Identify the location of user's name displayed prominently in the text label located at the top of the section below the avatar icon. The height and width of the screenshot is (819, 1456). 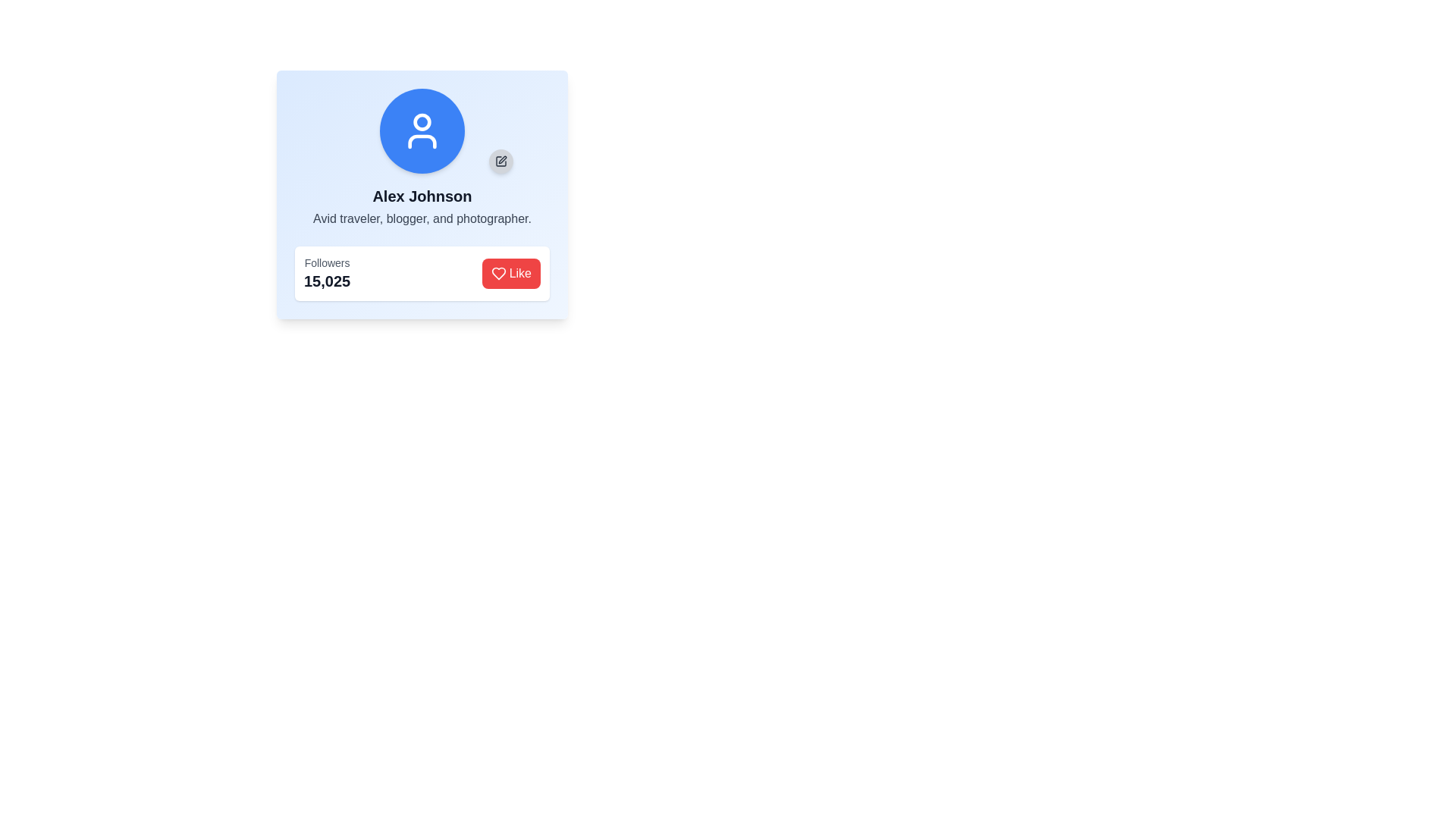
(422, 195).